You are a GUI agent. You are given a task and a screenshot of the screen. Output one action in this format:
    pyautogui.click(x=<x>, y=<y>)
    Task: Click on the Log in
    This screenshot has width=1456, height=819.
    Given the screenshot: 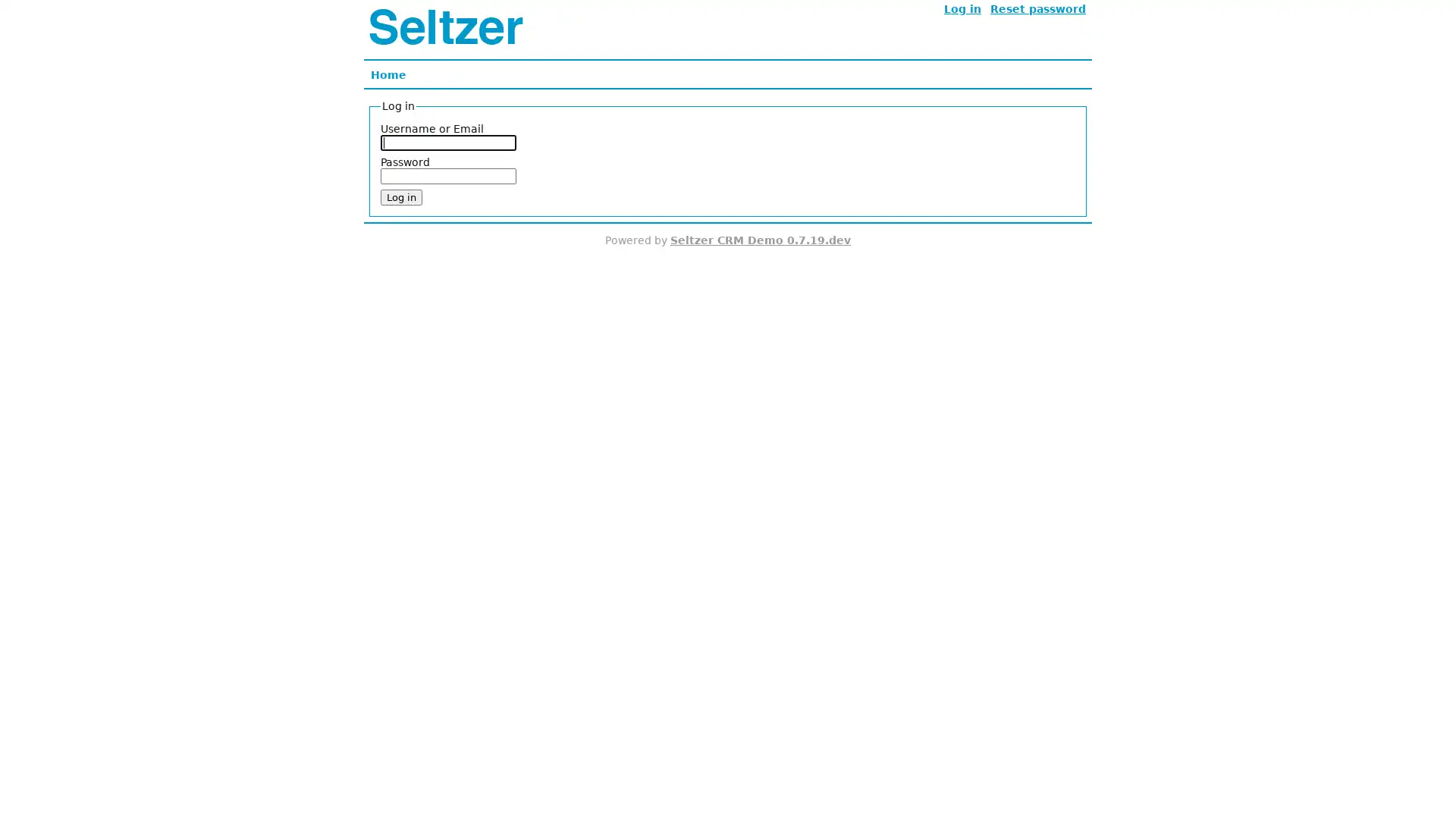 What is the action you would take?
    pyautogui.click(x=401, y=196)
    